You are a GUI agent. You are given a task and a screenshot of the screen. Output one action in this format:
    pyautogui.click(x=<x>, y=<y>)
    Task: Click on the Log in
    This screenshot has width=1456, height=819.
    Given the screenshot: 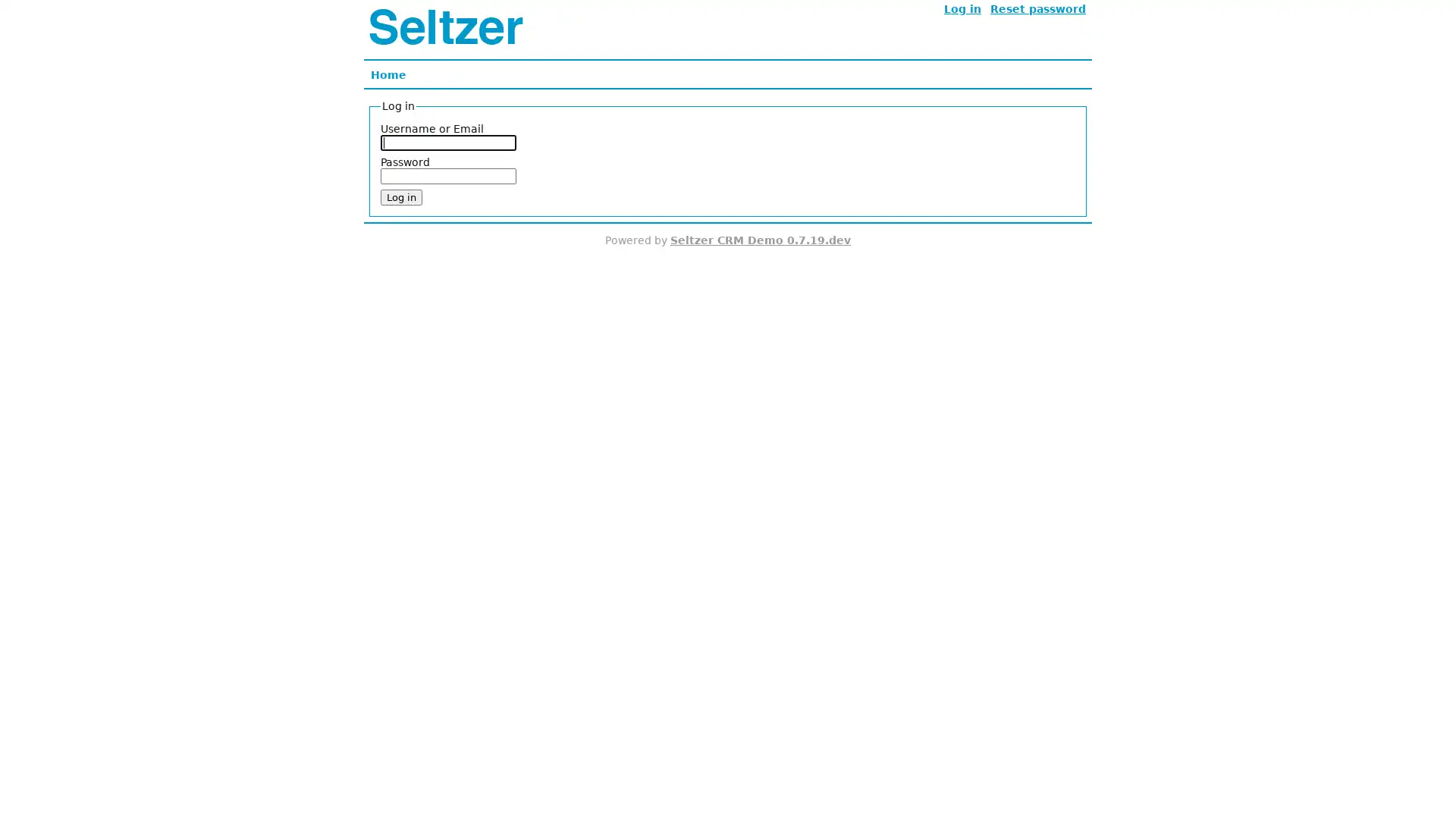 What is the action you would take?
    pyautogui.click(x=401, y=196)
    